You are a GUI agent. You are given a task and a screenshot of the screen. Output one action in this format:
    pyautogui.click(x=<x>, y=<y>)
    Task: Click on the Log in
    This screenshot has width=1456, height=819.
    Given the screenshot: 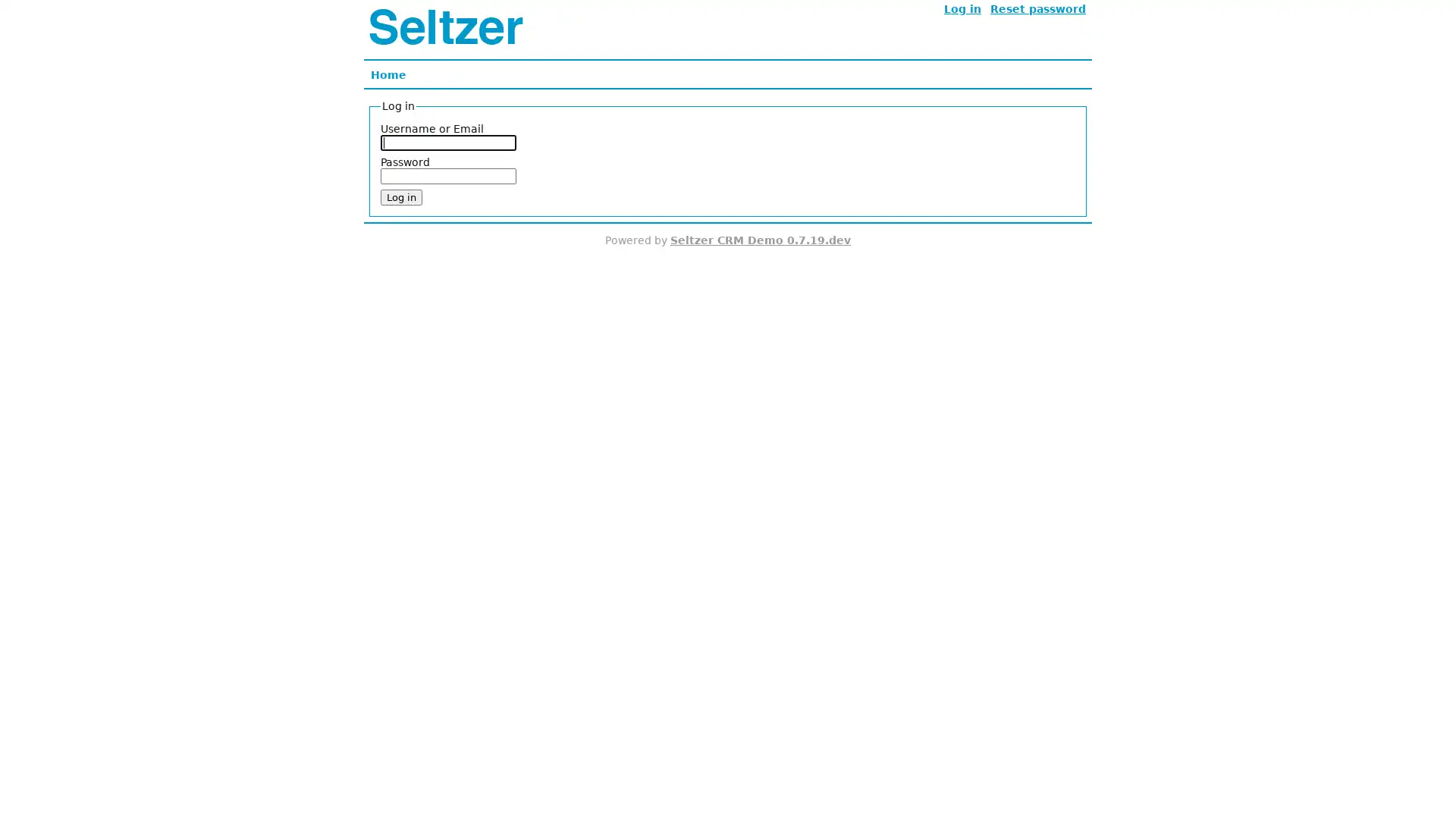 What is the action you would take?
    pyautogui.click(x=401, y=196)
    